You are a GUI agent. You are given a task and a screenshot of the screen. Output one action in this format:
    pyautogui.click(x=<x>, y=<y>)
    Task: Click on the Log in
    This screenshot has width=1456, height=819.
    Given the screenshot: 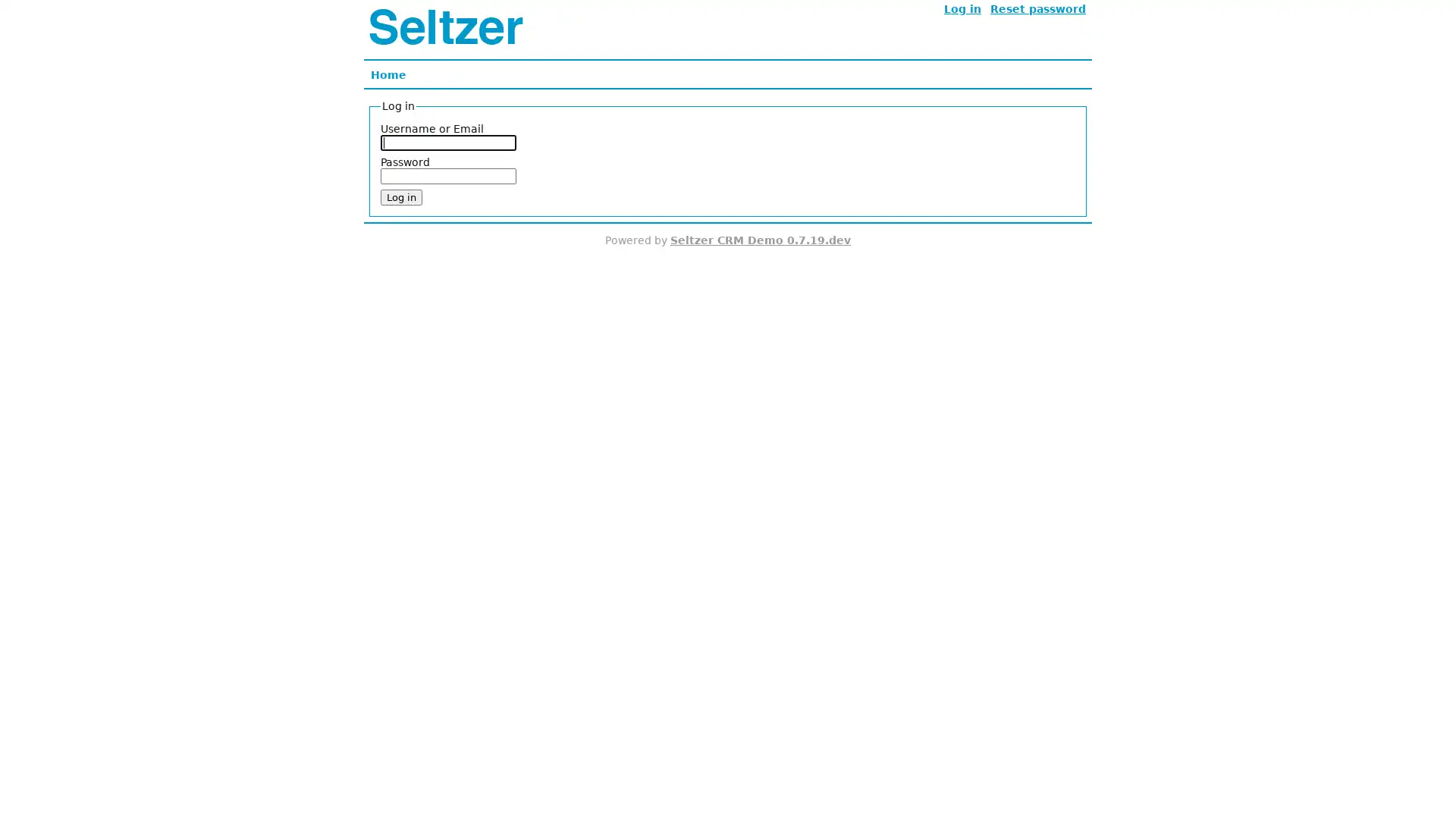 What is the action you would take?
    pyautogui.click(x=401, y=196)
    